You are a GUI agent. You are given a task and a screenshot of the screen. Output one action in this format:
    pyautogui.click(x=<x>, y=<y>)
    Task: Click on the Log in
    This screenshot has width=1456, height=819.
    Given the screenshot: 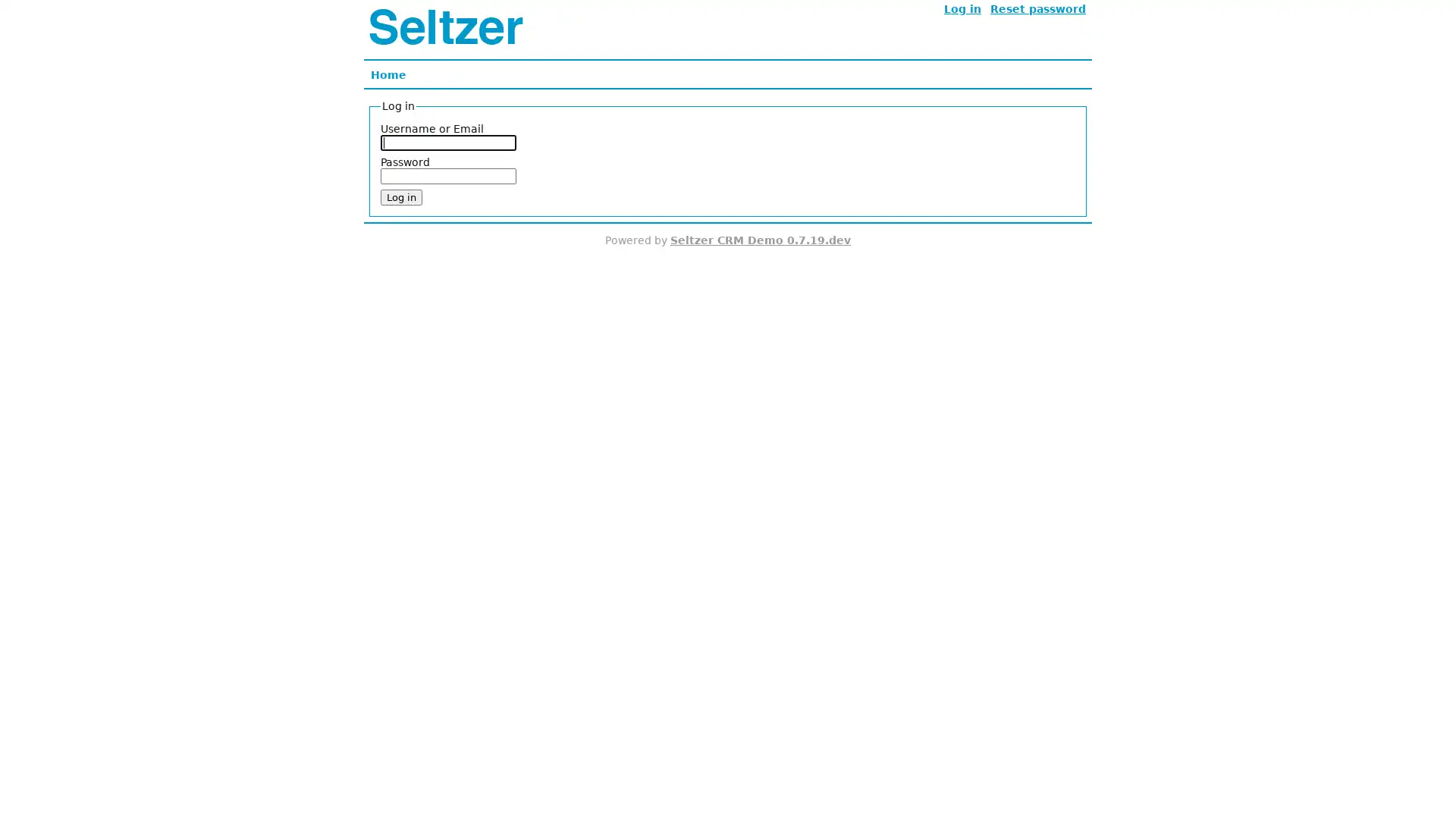 What is the action you would take?
    pyautogui.click(x=401, y=196)
    